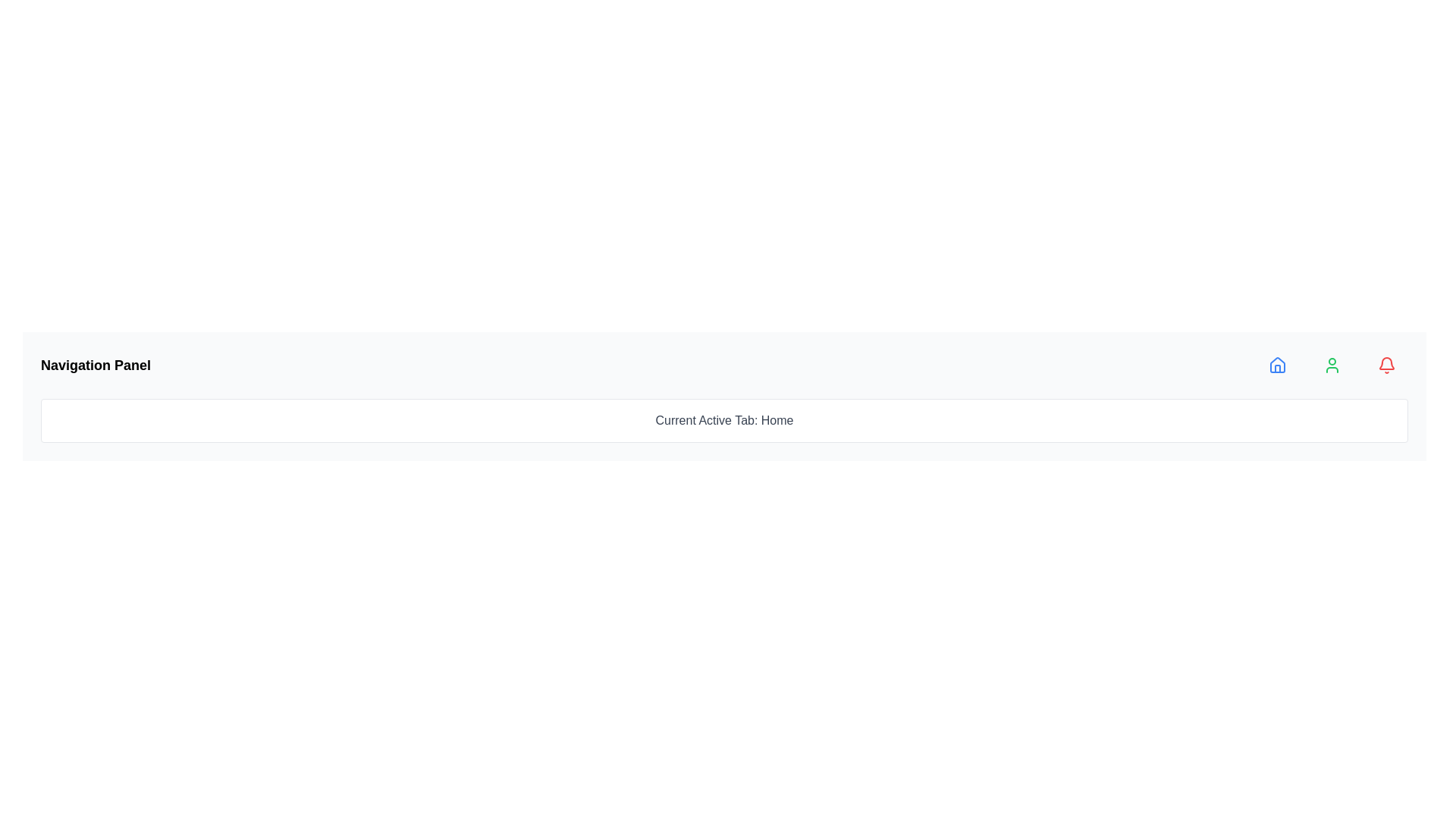 This screenshot has height=819, width=1456. Describe the element at coordinates (1331, 366) in the screenshot. I see `the 'Profile' or 'User Account' button located in the upper-right corner of the interface, which is the second button from the right between the bell icon button and the home icon button` at that location.